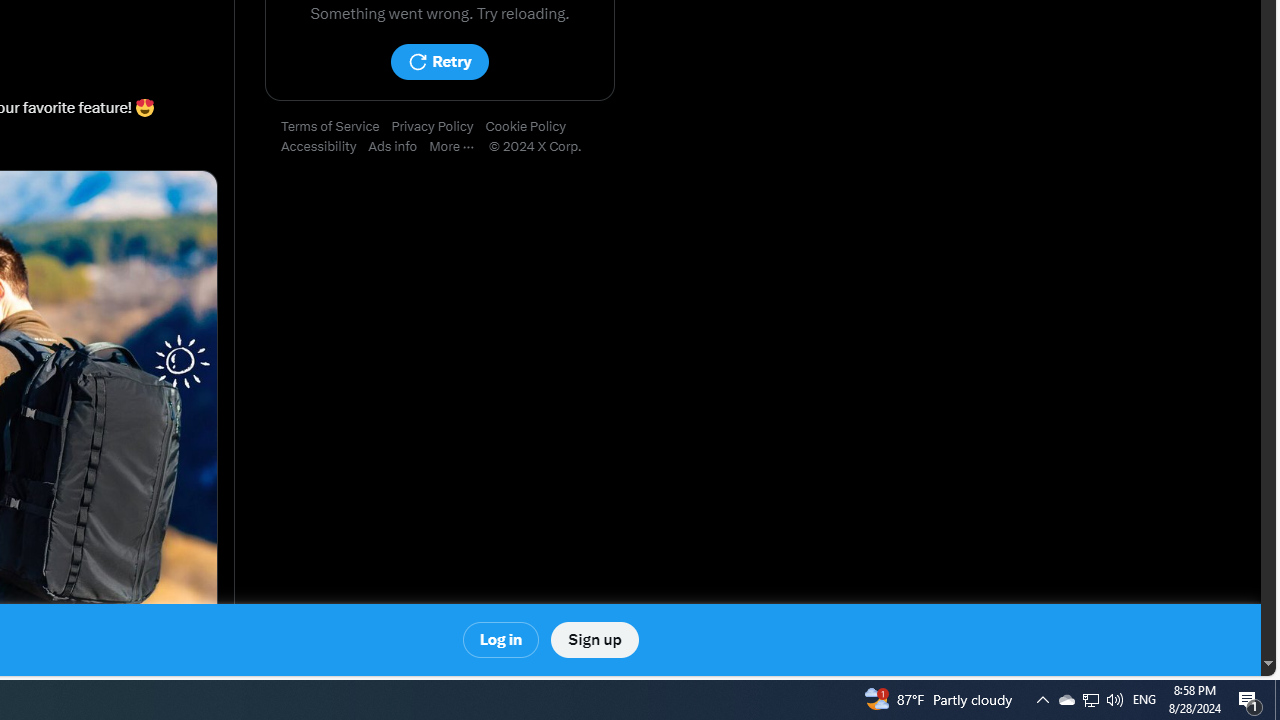  Describe the element at coordinates (399, 146) in the screenshot. I see `'Ads info'` at that location.